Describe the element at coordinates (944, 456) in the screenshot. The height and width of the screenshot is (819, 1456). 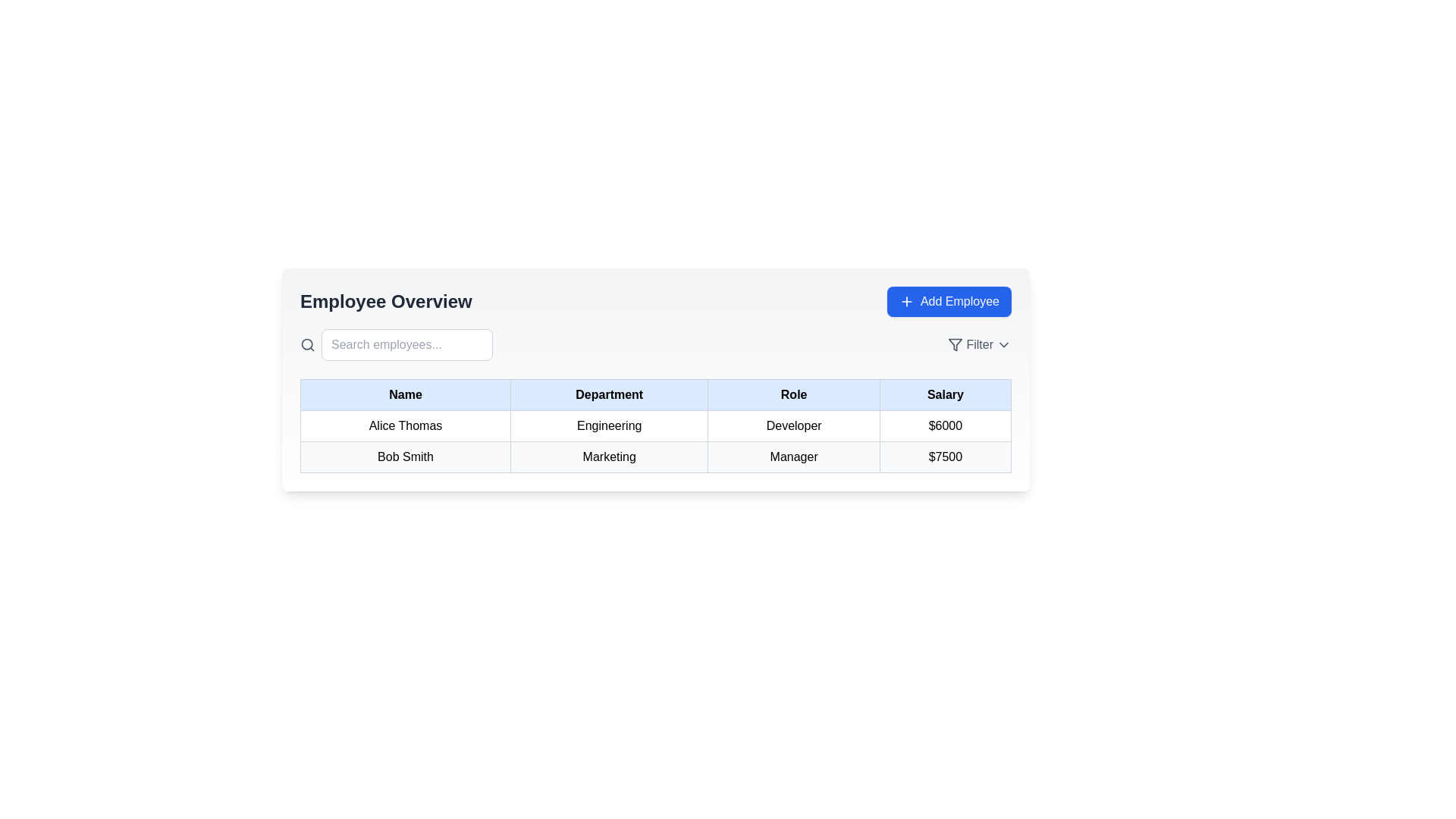
I see `the table cell displaying the salary of employee 'Bob Smith', located in the fourth column of the second row under the 'Salary' header` at that location.